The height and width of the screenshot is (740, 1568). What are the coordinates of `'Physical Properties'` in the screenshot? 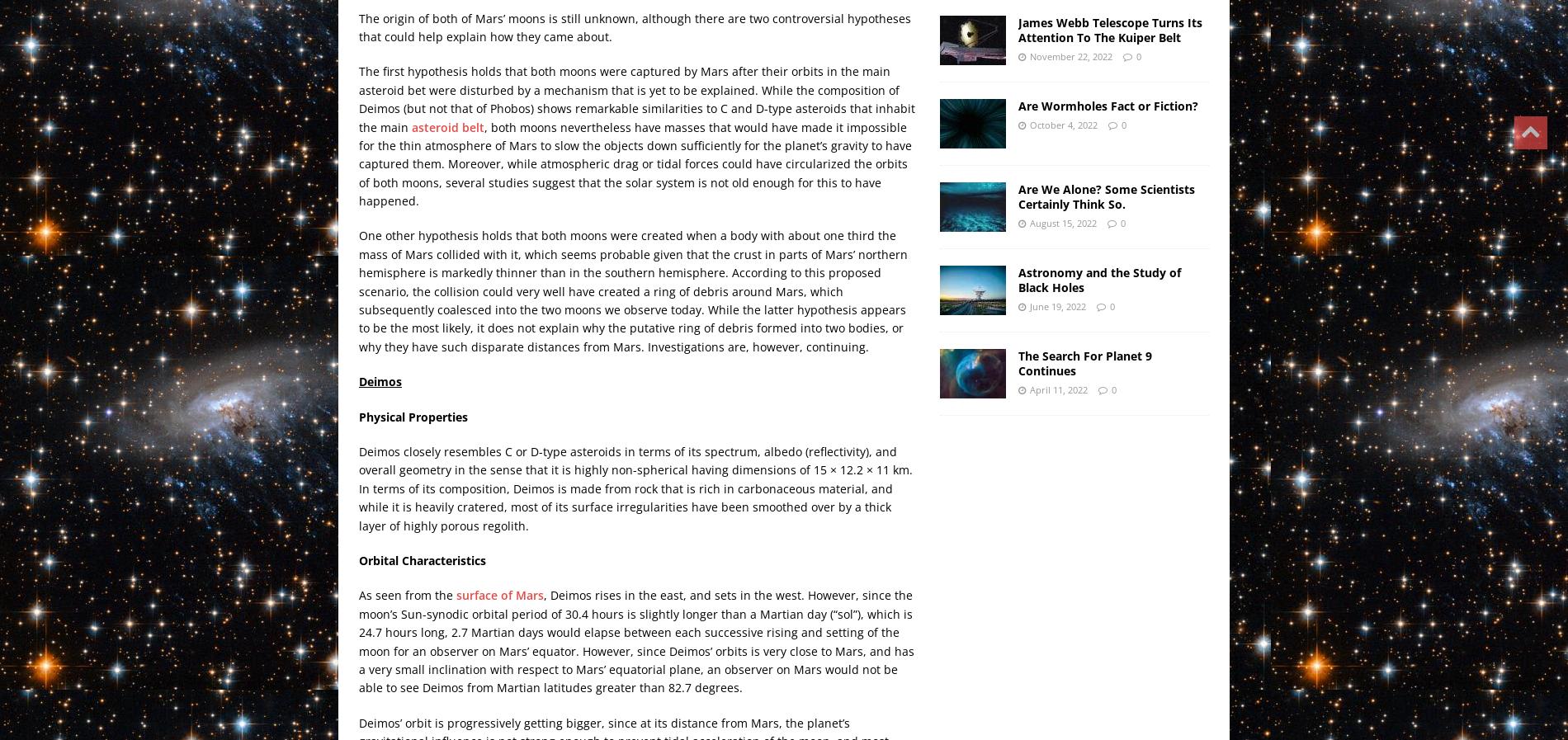 It's located at (413, 416).